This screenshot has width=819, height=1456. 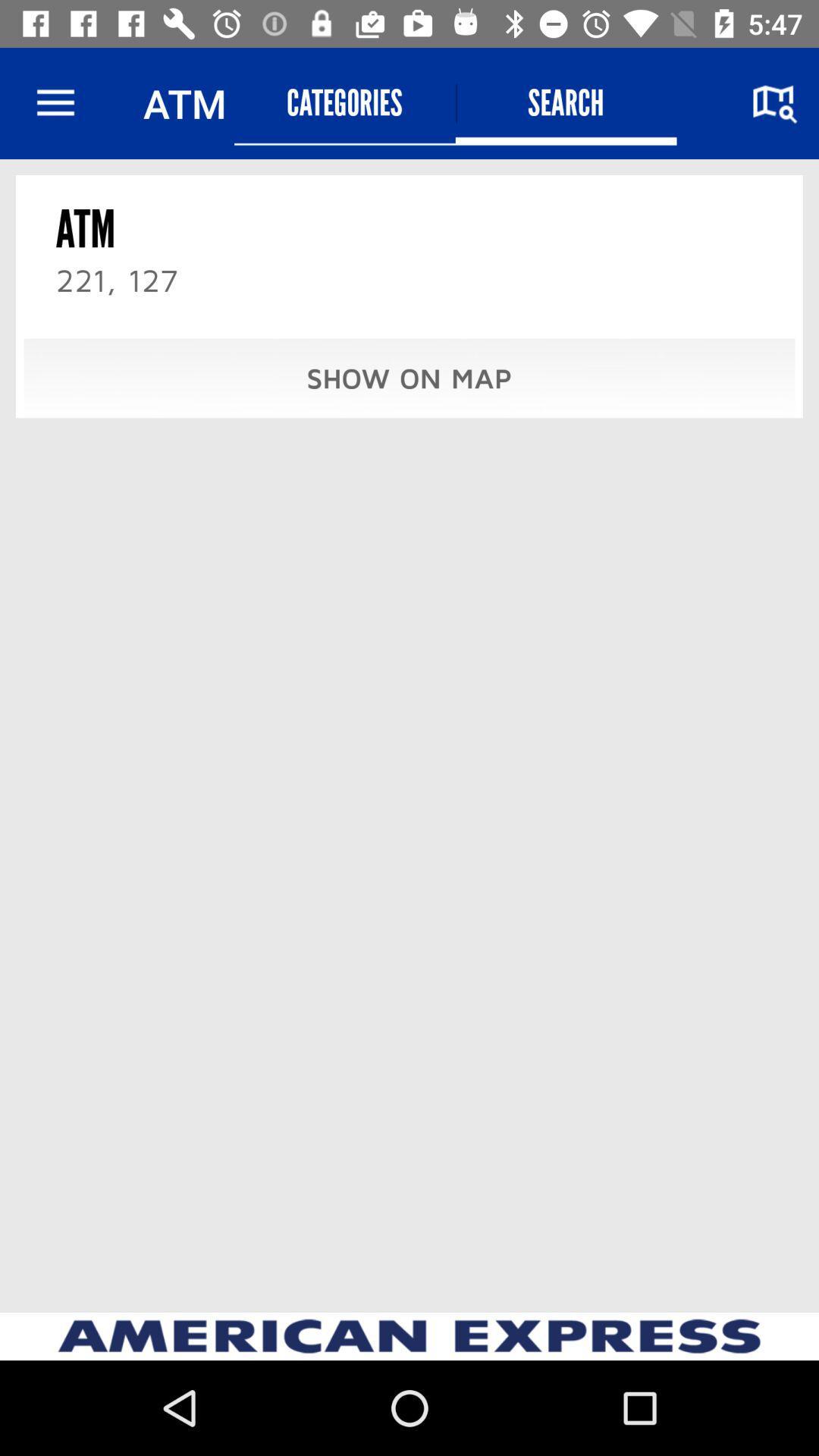 I want to click on item to the left of the search icon, so click(x=344, y=102).